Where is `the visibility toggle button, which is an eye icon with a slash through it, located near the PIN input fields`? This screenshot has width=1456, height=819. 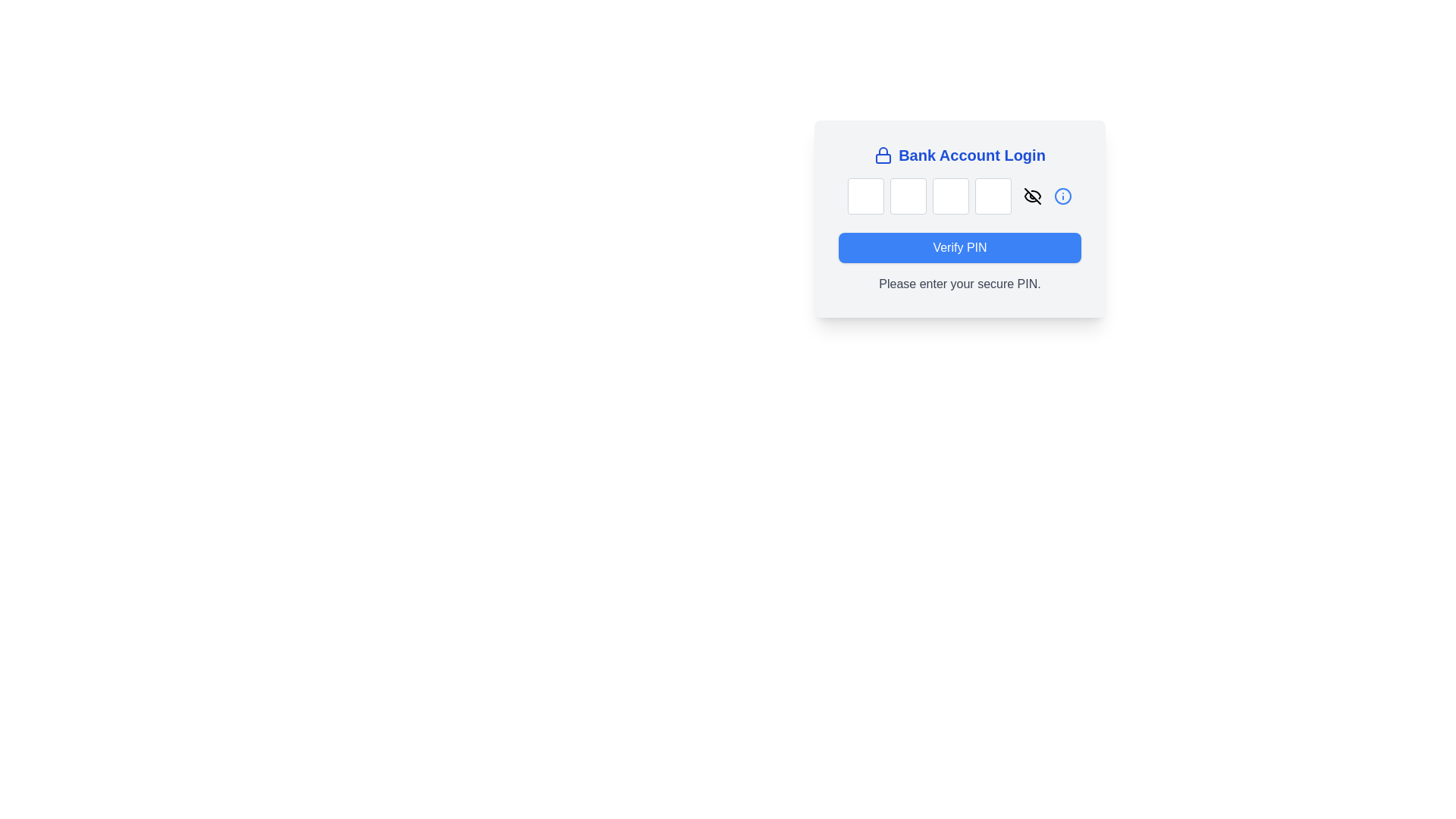
the visibility toggle button, which is an eye icon with a slash through it, located near the PIN input fields is located at coordinates (1032, 195).